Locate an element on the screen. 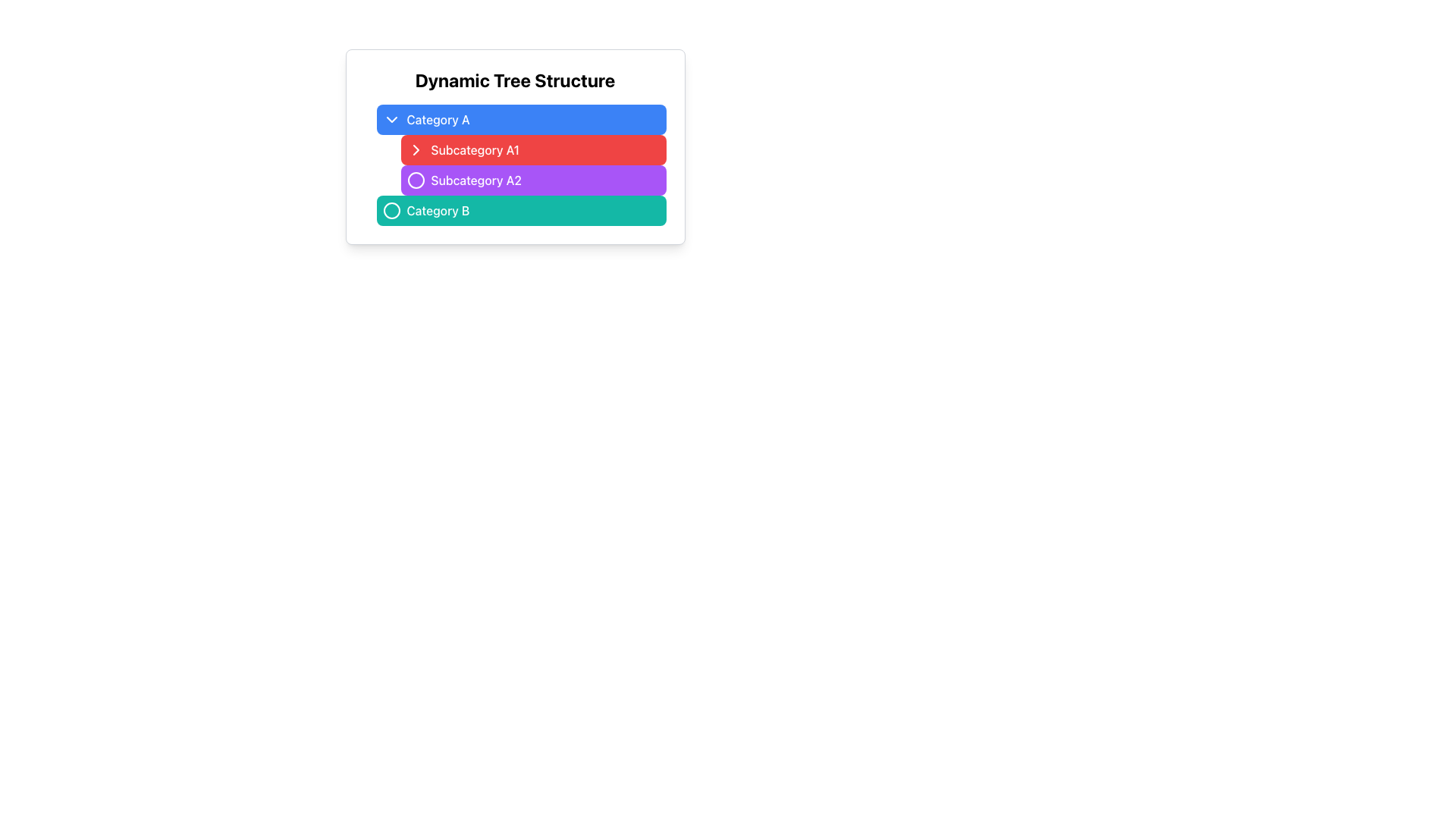 This screenshot has width=1456, height=819. the button labeled 'Subcategory A2' with a purple background, located in the center-right area below 'Subcategory A1' and above 'Category B' is located at coordinates (533, 180).